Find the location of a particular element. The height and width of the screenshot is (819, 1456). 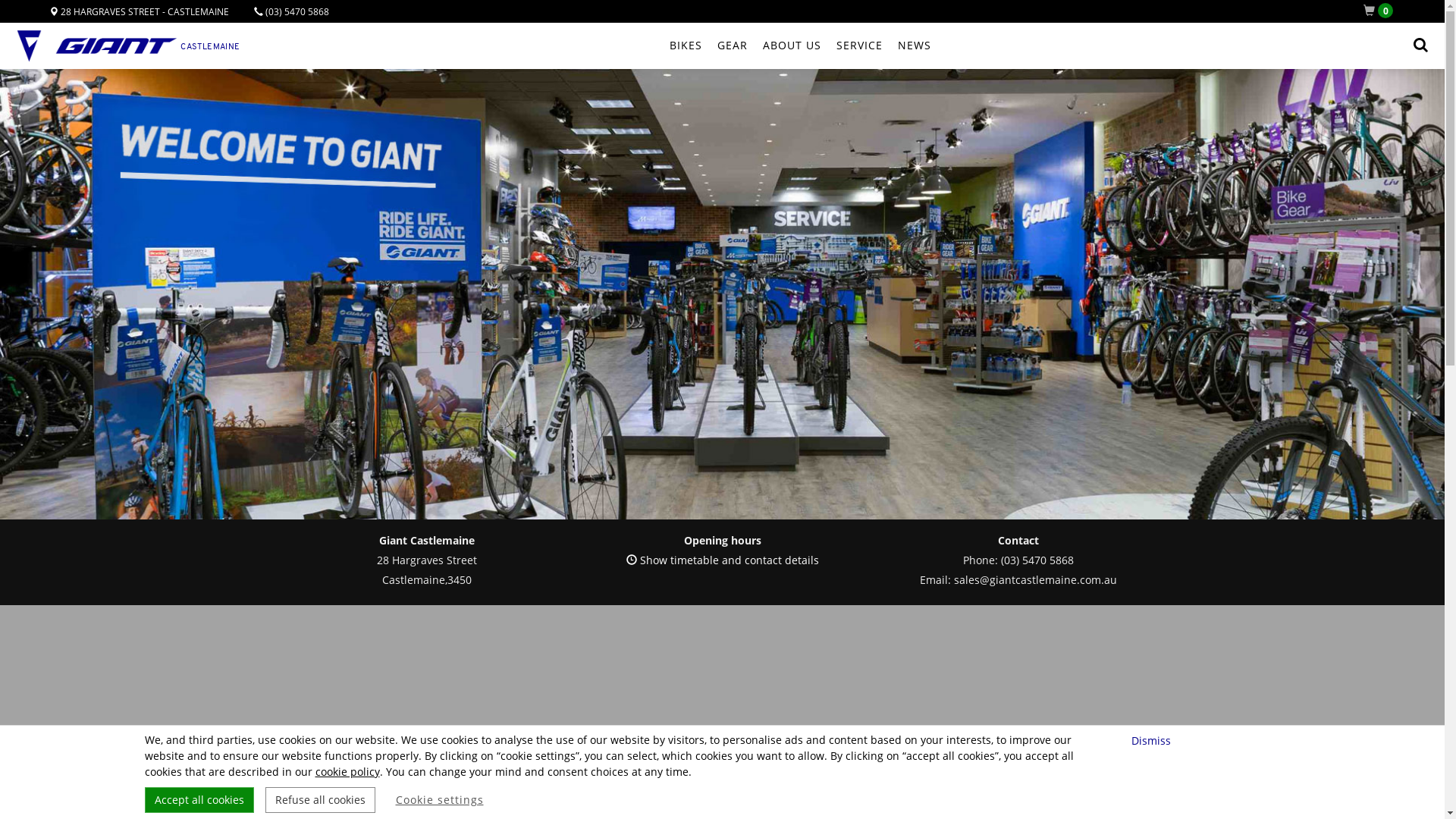

'NEWS' is located at coordinates (913, 45).